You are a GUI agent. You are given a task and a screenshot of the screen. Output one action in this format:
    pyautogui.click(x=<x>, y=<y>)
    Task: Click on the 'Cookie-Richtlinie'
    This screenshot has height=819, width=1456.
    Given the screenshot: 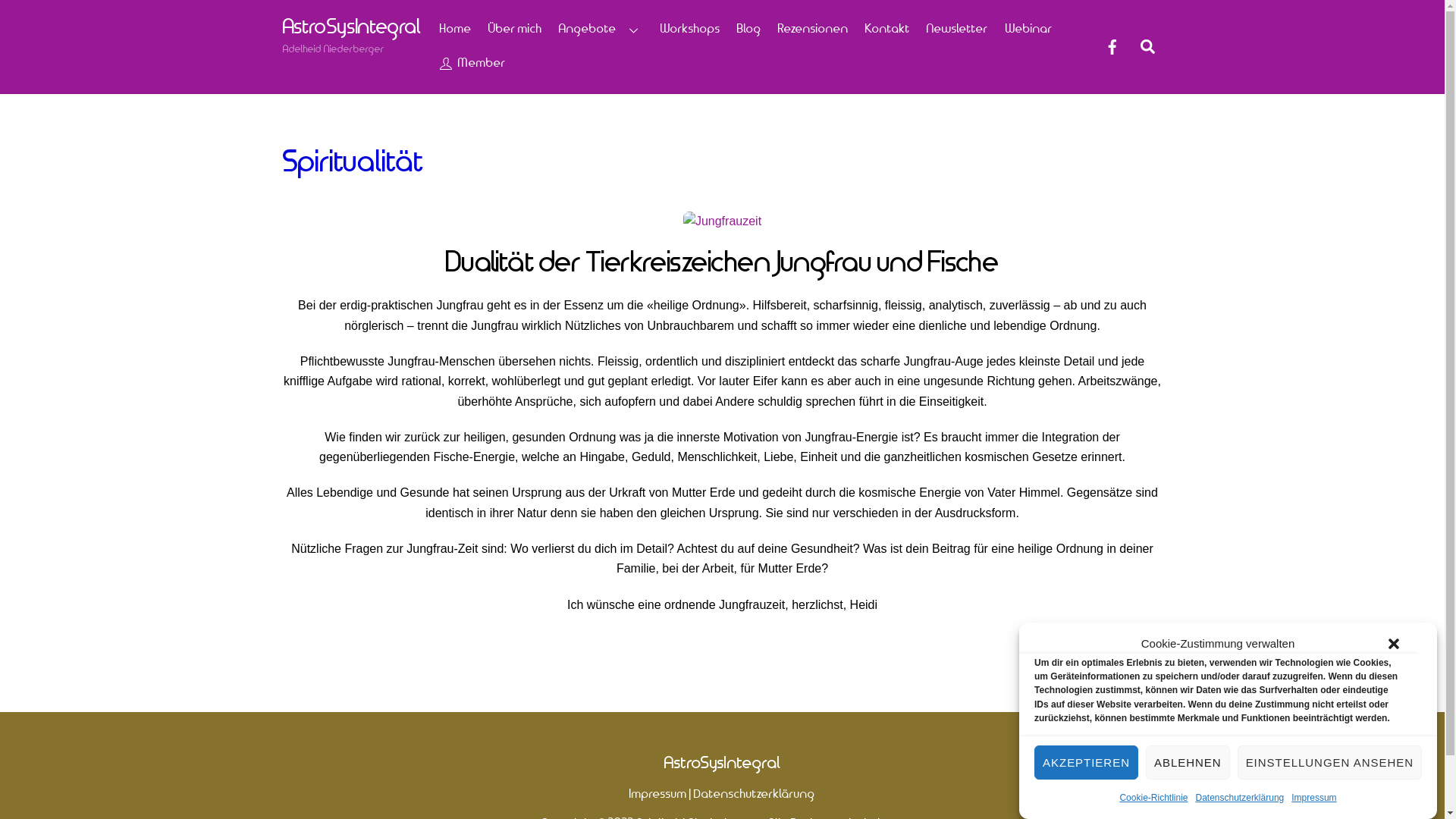 What is the action you would take?
    pyautogui.click(x=1153, y=797)
    